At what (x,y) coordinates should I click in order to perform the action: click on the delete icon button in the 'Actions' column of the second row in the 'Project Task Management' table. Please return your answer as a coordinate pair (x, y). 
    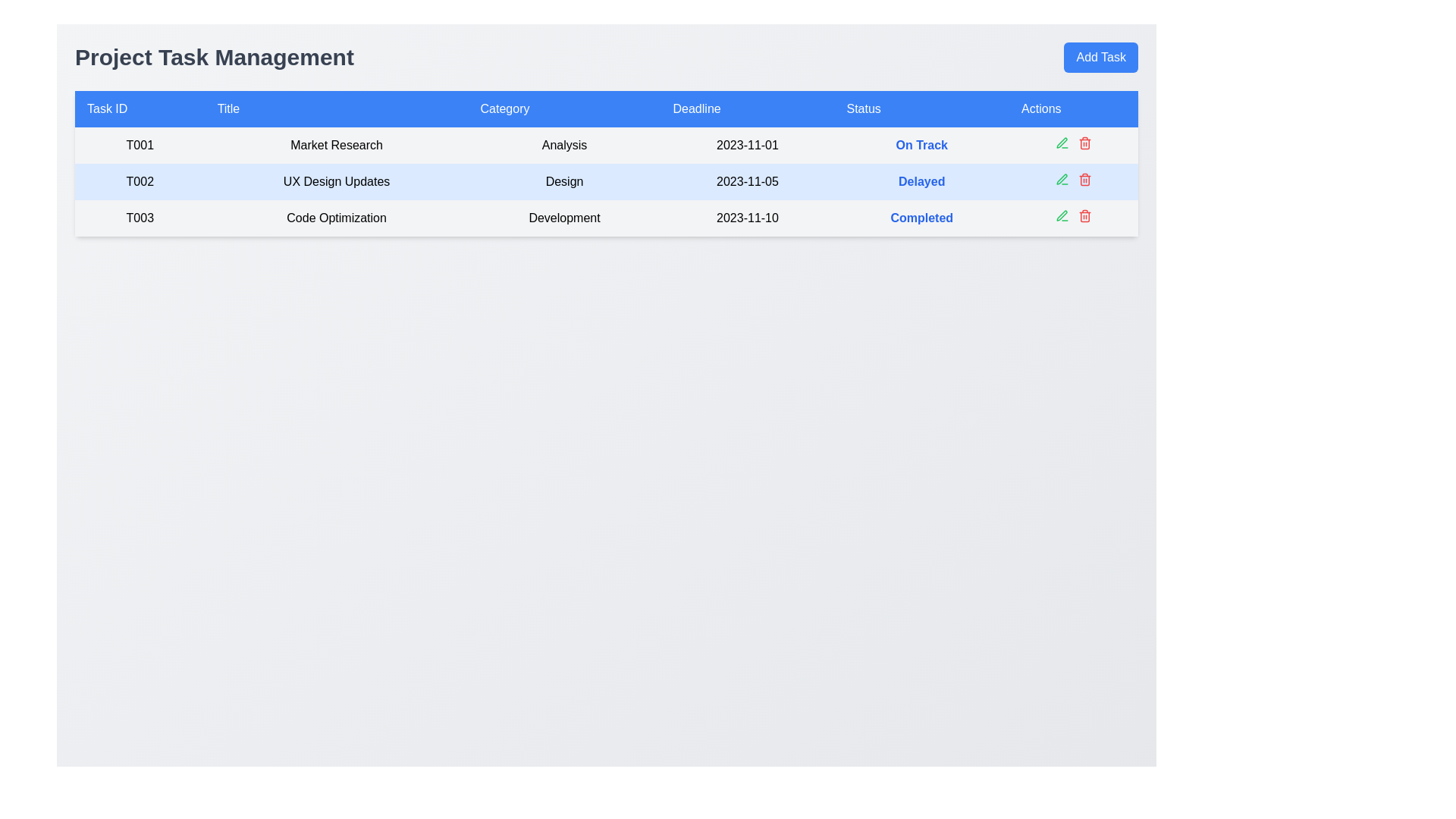
    Looking at the image, I should click on (1084, 143).